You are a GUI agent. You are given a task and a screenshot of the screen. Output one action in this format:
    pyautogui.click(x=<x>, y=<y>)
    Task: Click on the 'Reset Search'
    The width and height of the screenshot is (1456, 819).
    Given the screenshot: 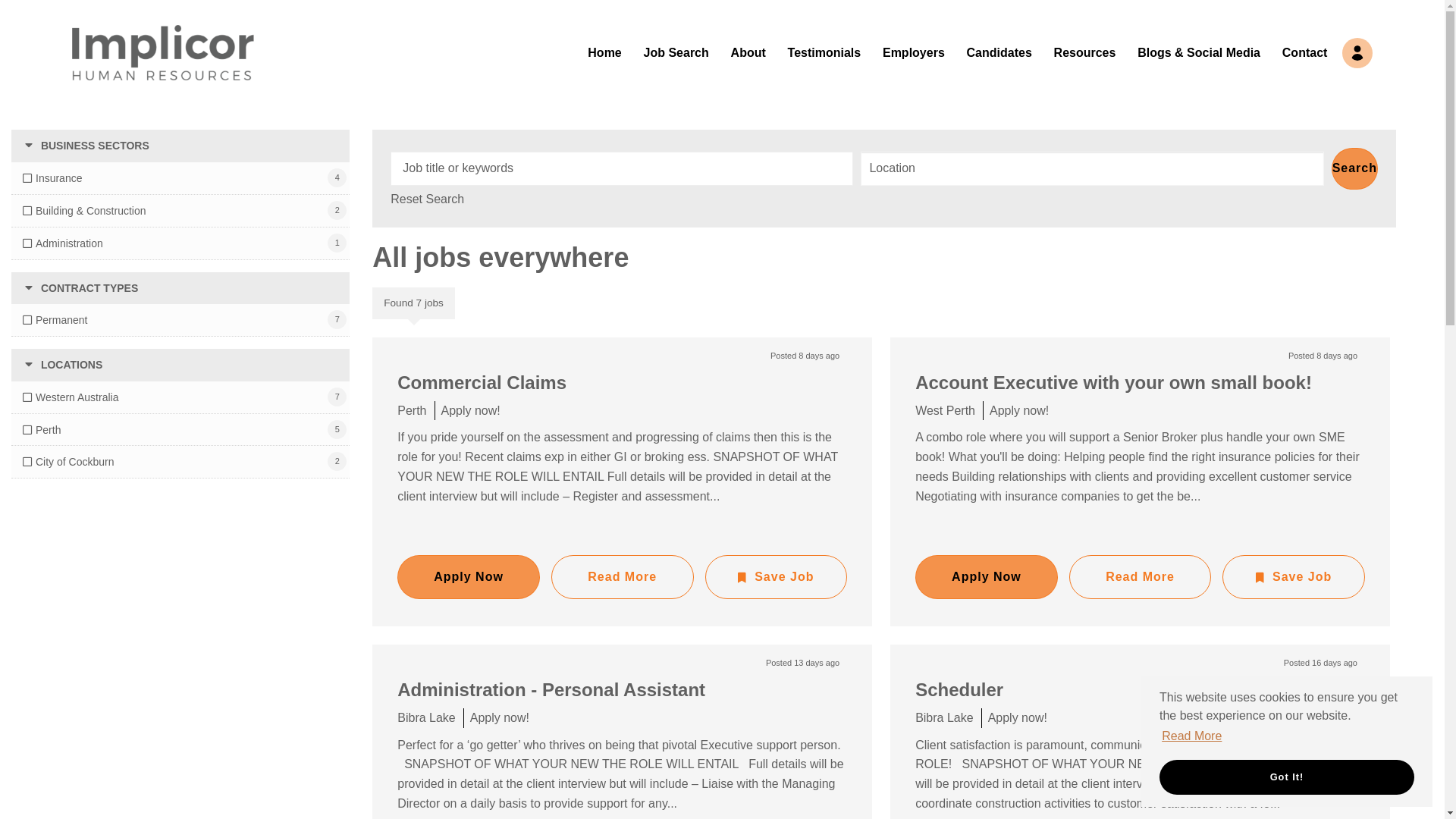 What is the action you would take?
    pyautogui.click(x=426, y=198)
    